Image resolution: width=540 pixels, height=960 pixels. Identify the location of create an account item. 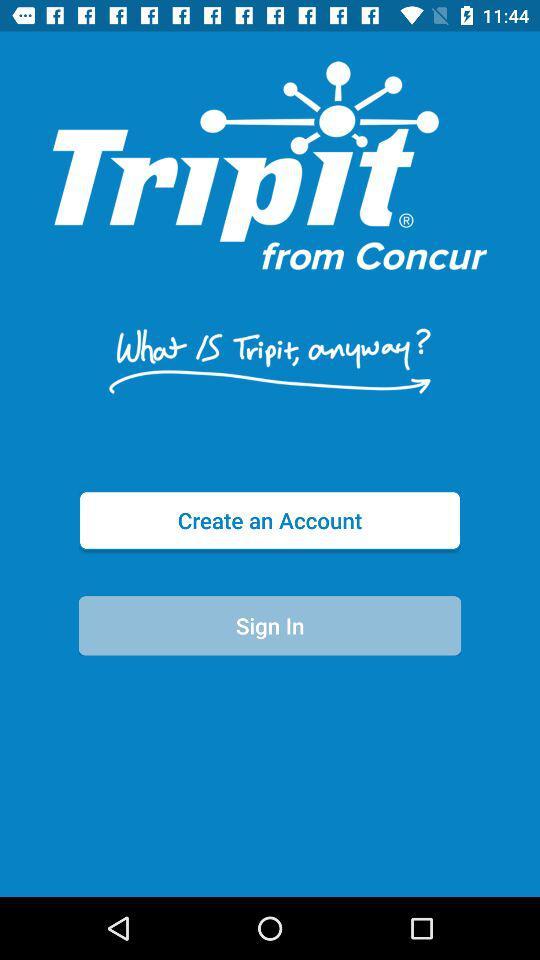
(270, 519).